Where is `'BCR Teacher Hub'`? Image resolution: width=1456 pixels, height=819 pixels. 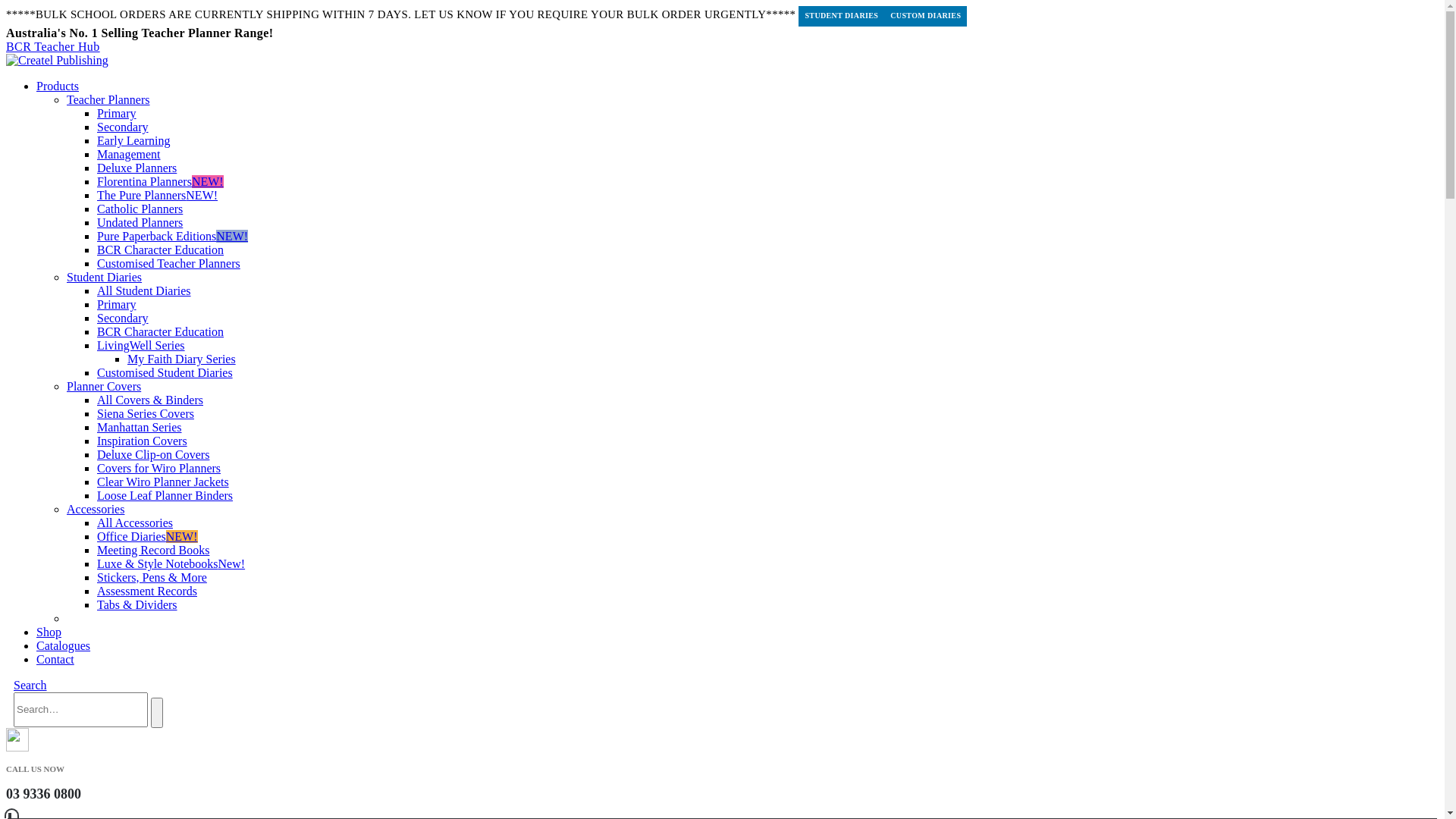 'BCR Teacher Hub' is located at coordinates (6, 45).